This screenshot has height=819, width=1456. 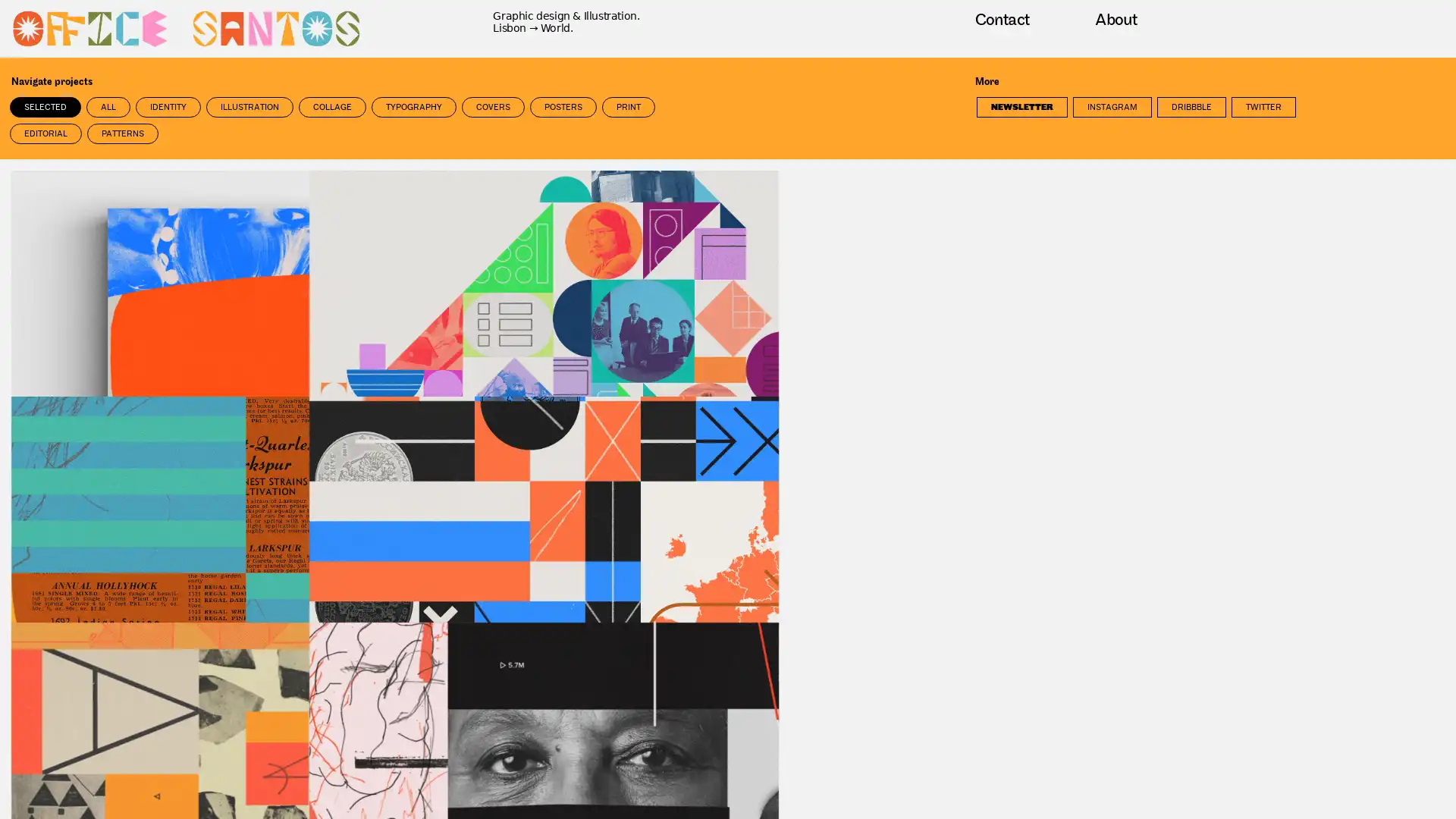 I want to click on POSTERS, so click(x=563, y=106).